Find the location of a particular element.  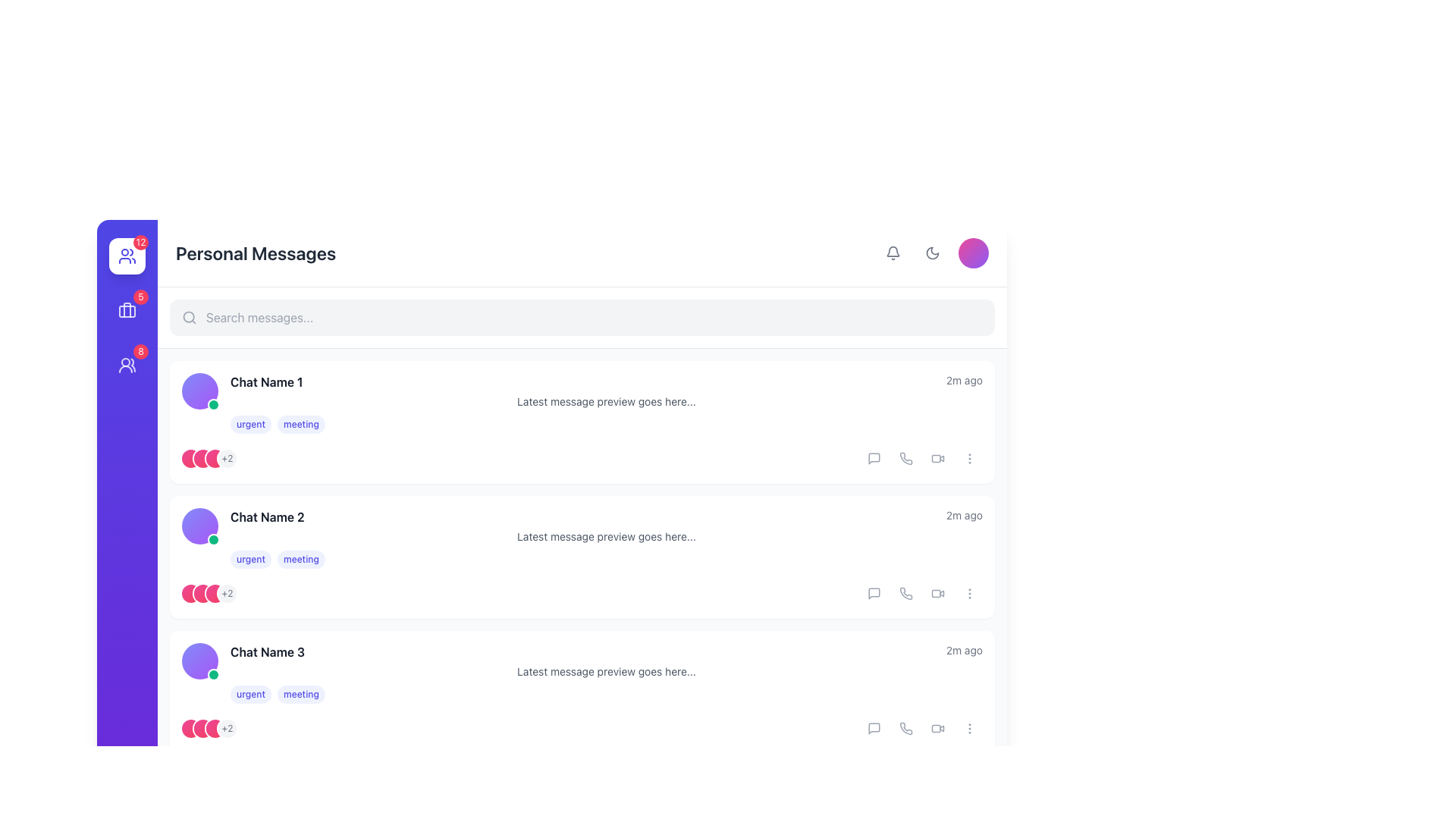

the section header indicating personal messages, located at the top-left section of the interface, adjacent to icons on the right is located at coordinates (256, 253).